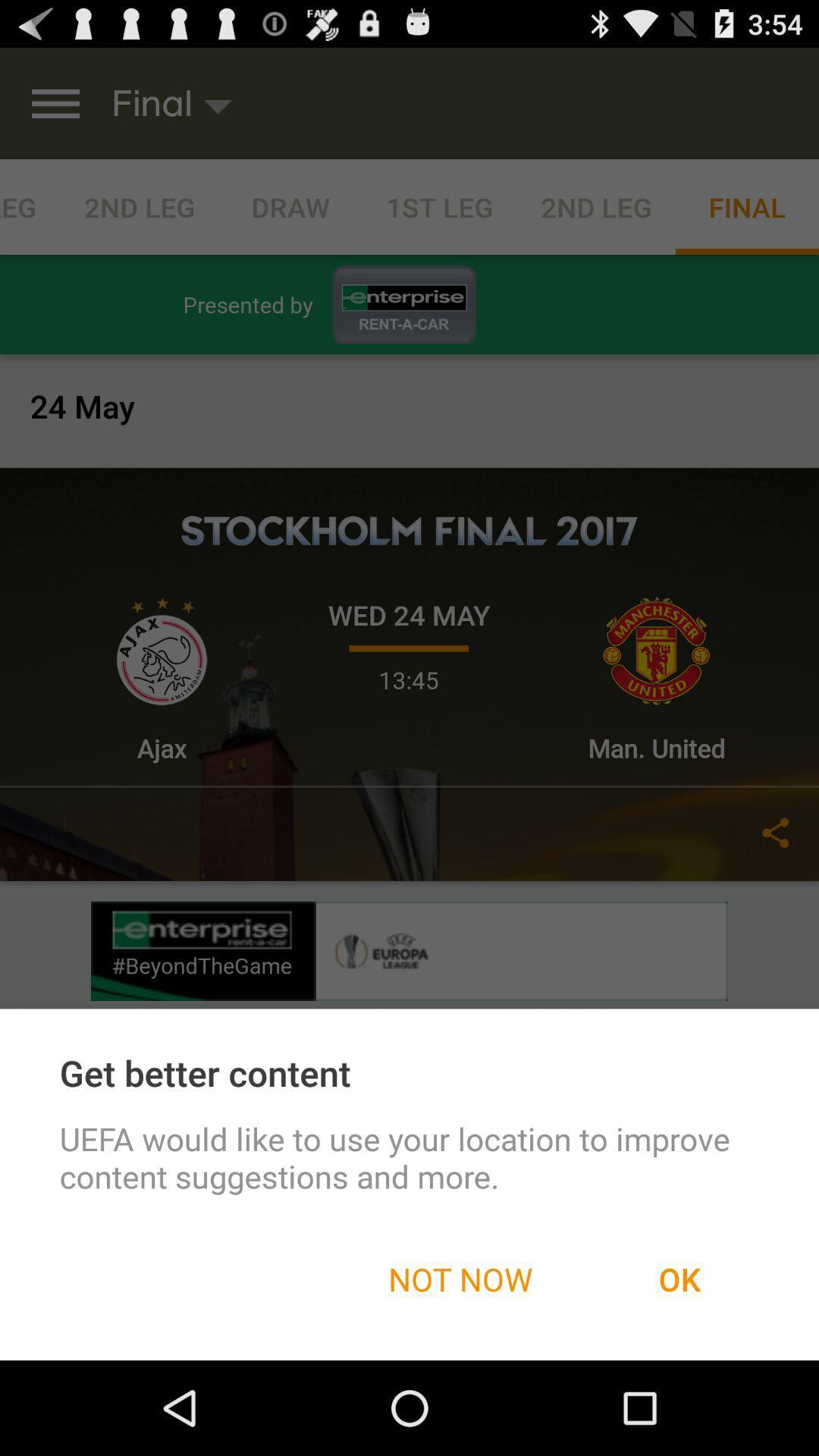 The width and height of the screenshot is (819, 1456). I want to click on the icon at the center, so click(409, 703).